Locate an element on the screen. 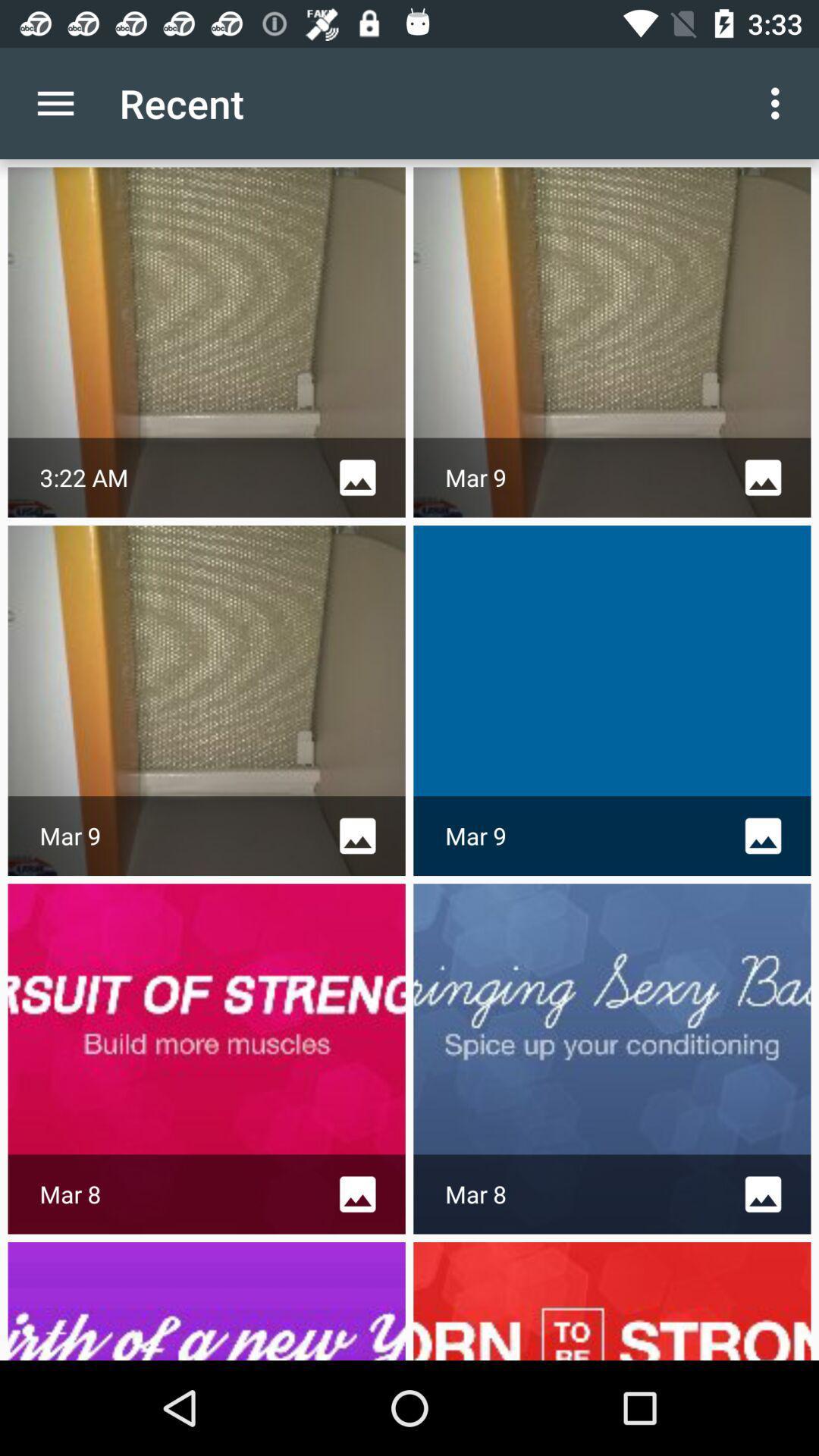  the icon next to recent app is located at coordinates (779, 102).